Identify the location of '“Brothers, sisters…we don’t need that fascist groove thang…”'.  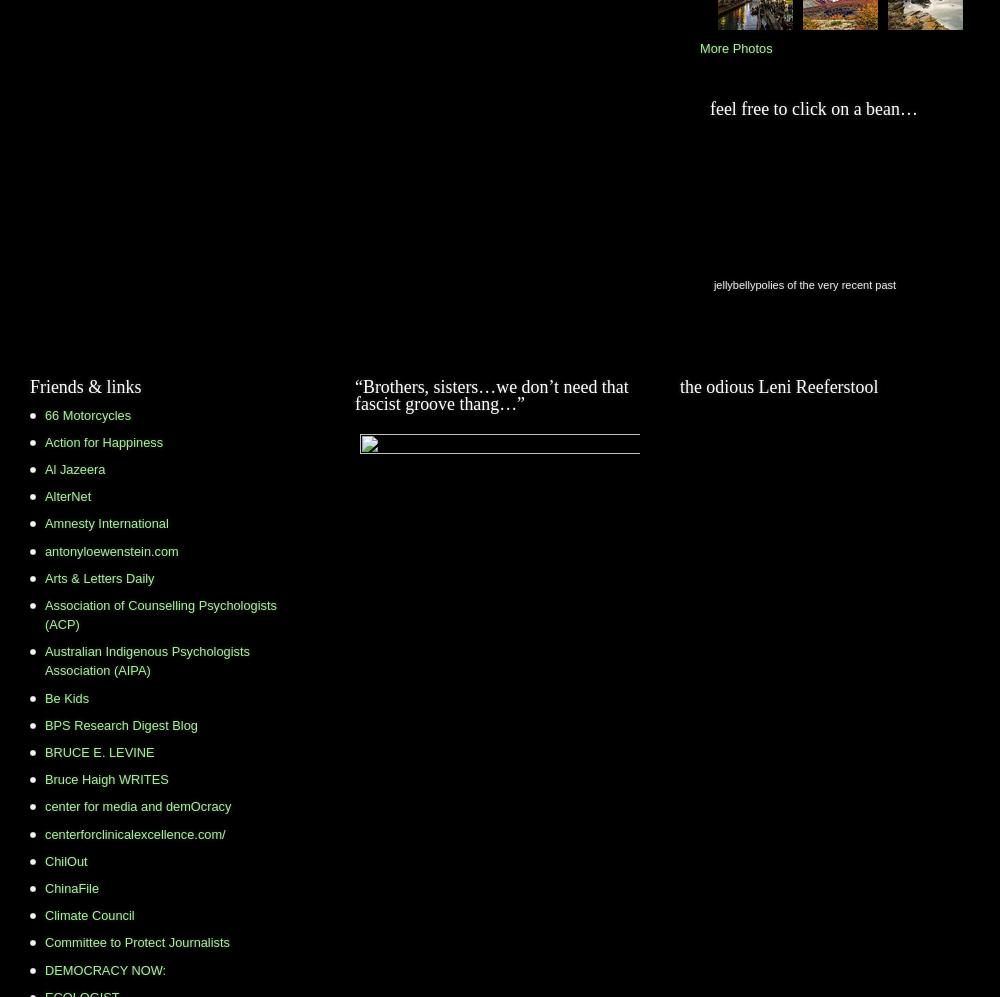
(354, 395).